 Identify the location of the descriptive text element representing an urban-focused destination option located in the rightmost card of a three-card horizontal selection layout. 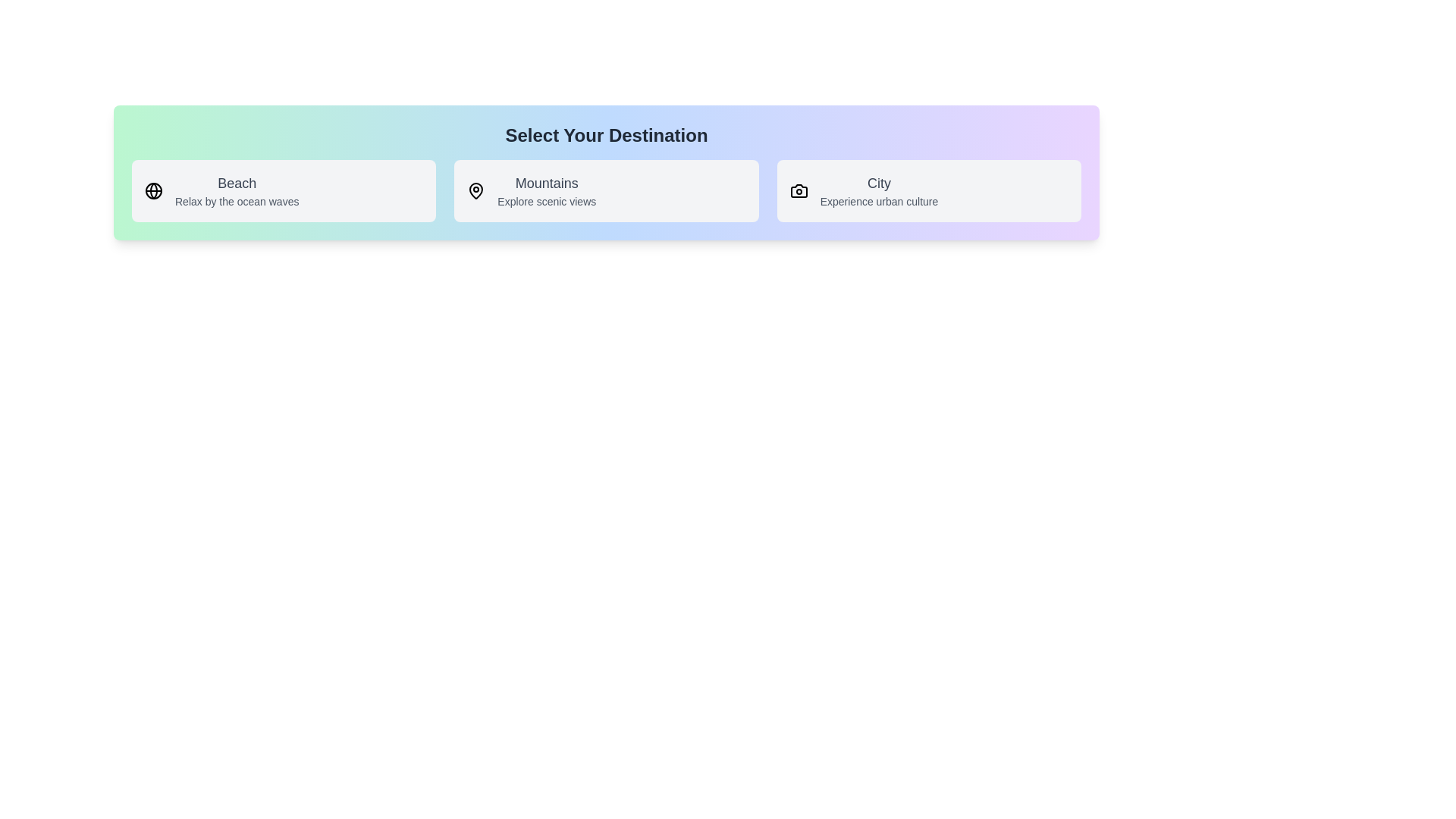
(879, 190).